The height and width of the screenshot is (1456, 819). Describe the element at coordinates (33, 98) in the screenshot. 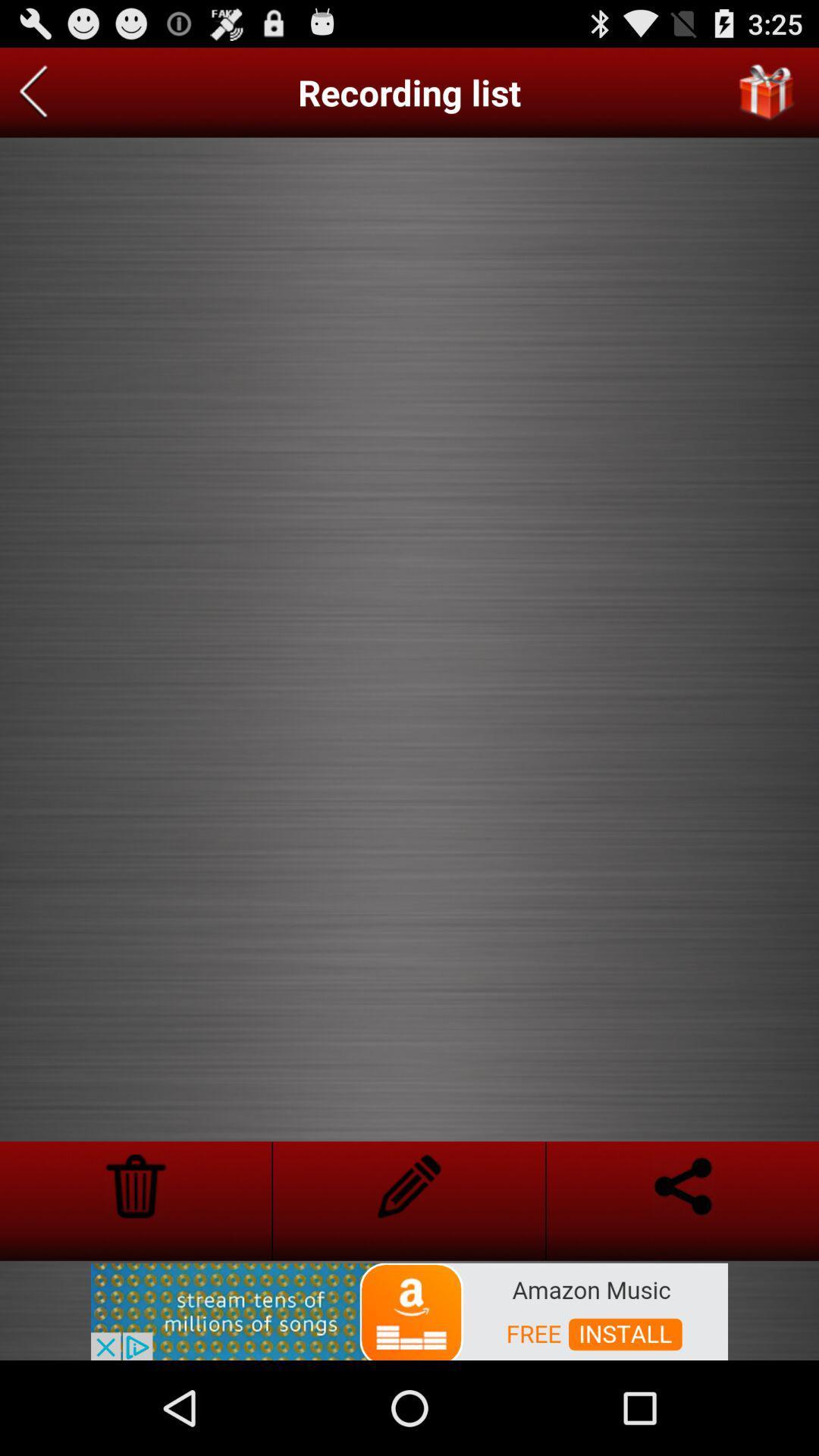

I see `the arrow_backward icon` at that location.